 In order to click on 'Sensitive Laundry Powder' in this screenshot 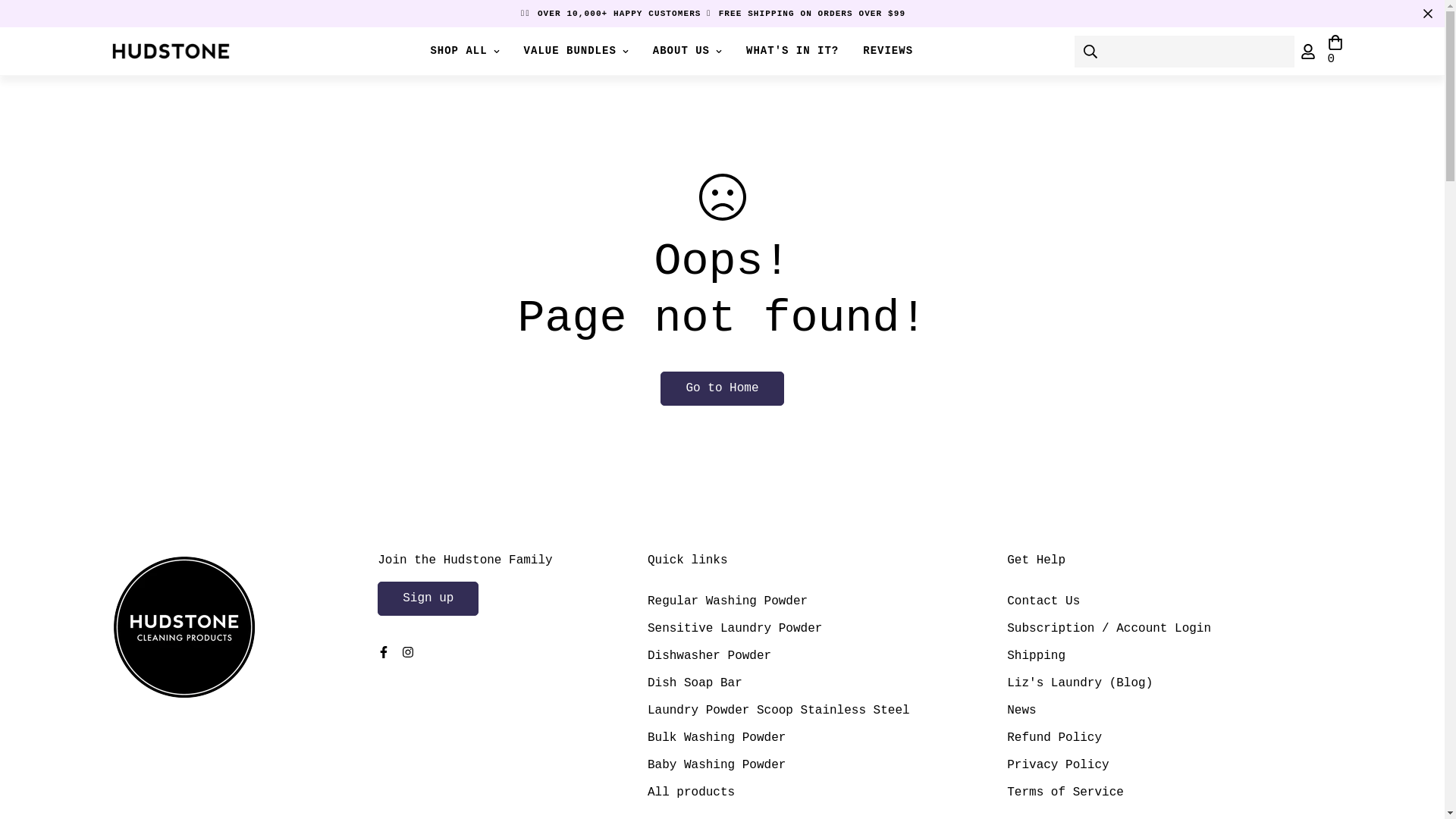, I will do `click(735, 629)`.